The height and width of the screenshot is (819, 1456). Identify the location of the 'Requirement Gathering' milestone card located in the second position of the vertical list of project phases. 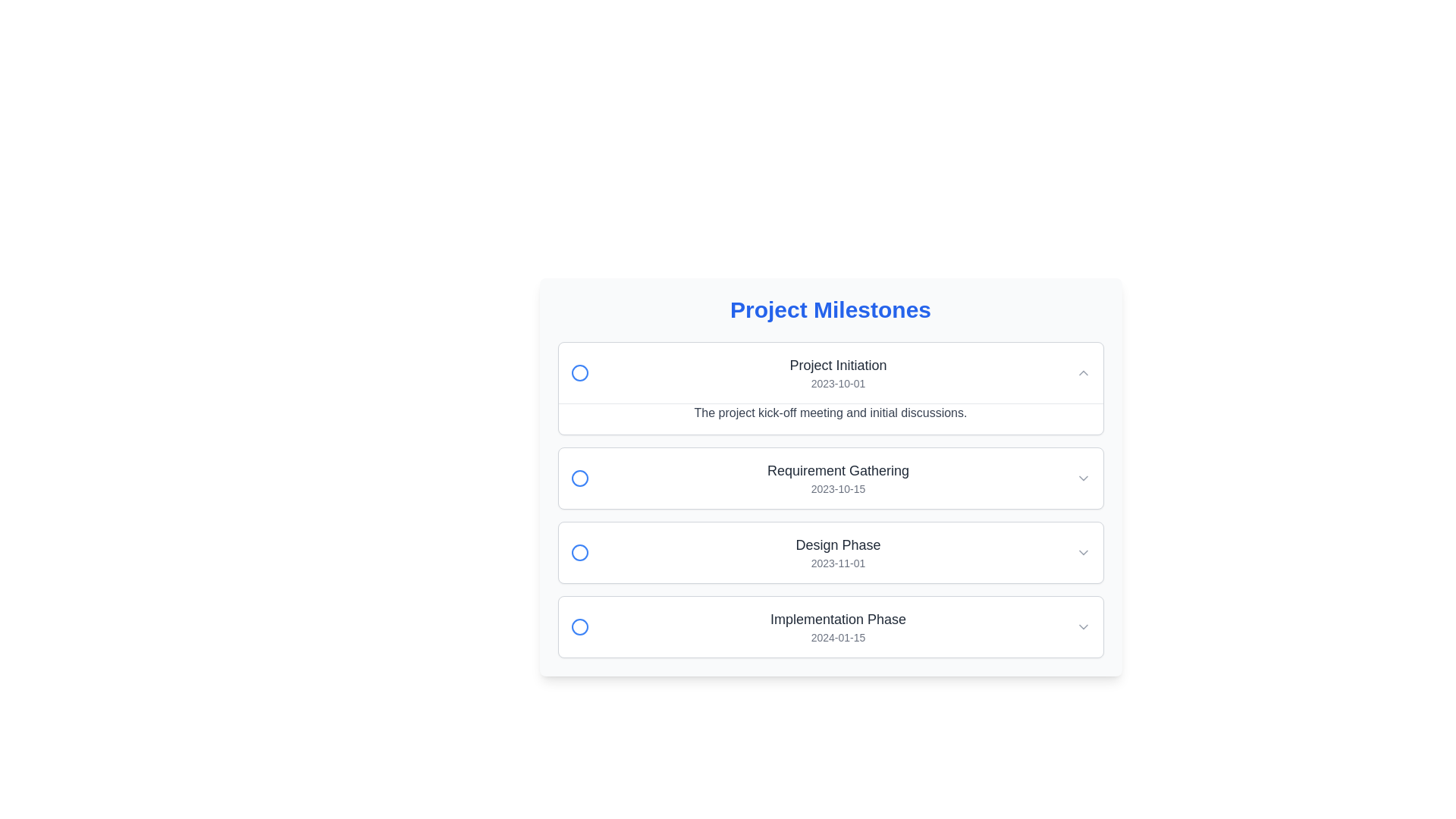
(830, 500).